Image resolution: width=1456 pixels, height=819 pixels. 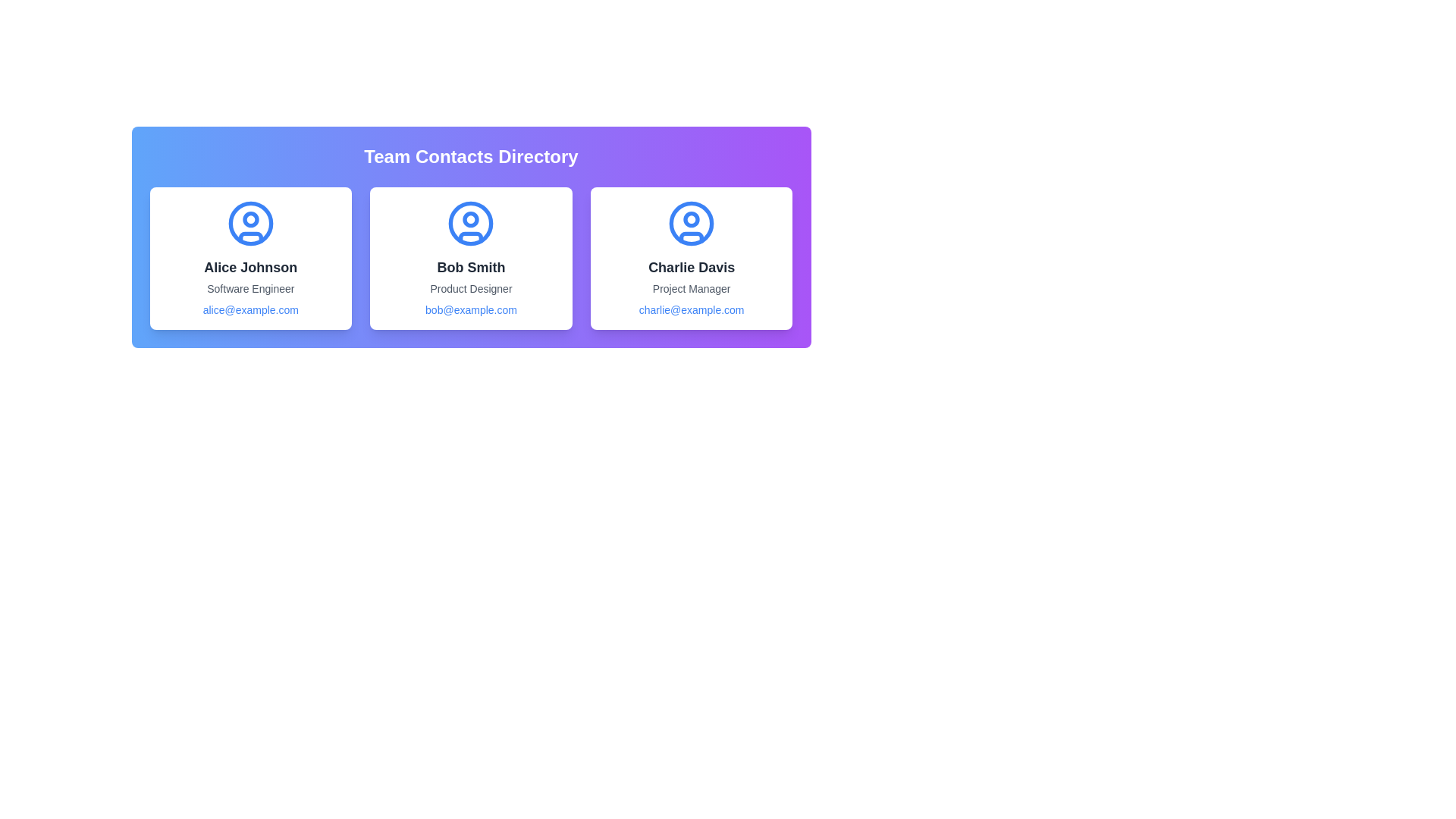 I want to click on the email link of the contact card for Bob Smith, so click(x=470, y=309).